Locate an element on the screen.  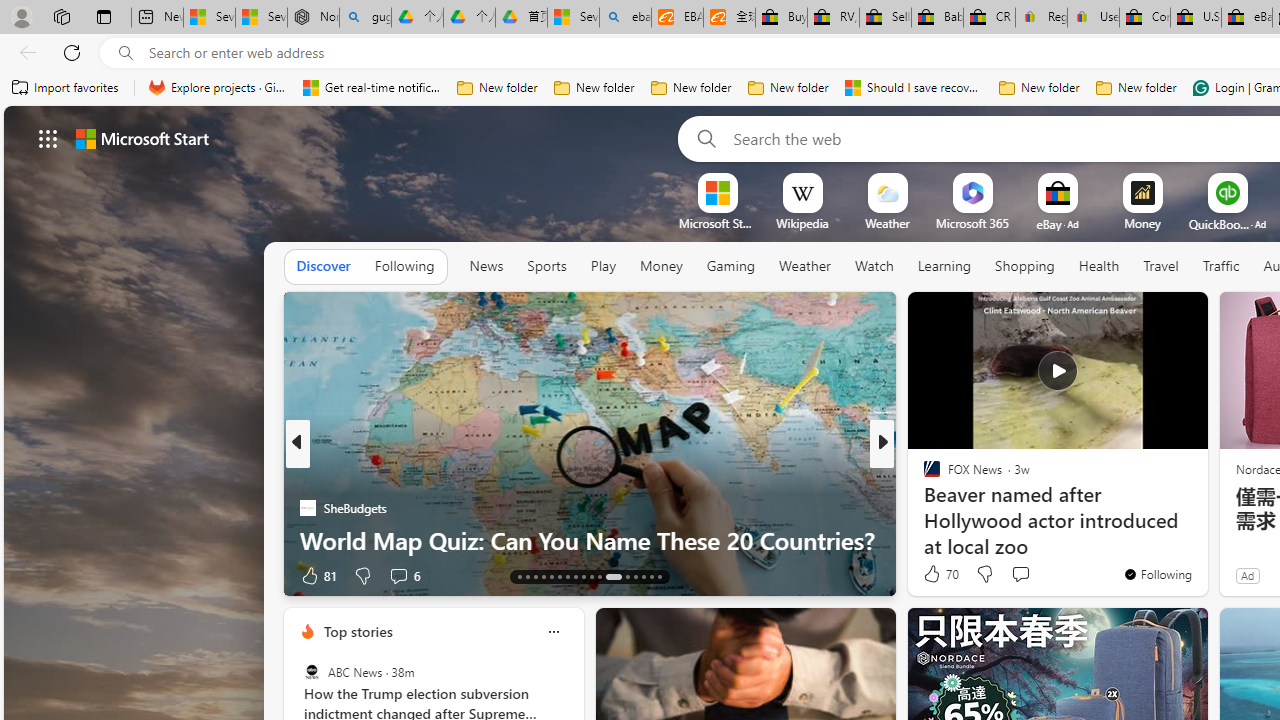
'U.S. State Privacy Disclosures - eBay Inc.' is located at coordinates (1196, 17).